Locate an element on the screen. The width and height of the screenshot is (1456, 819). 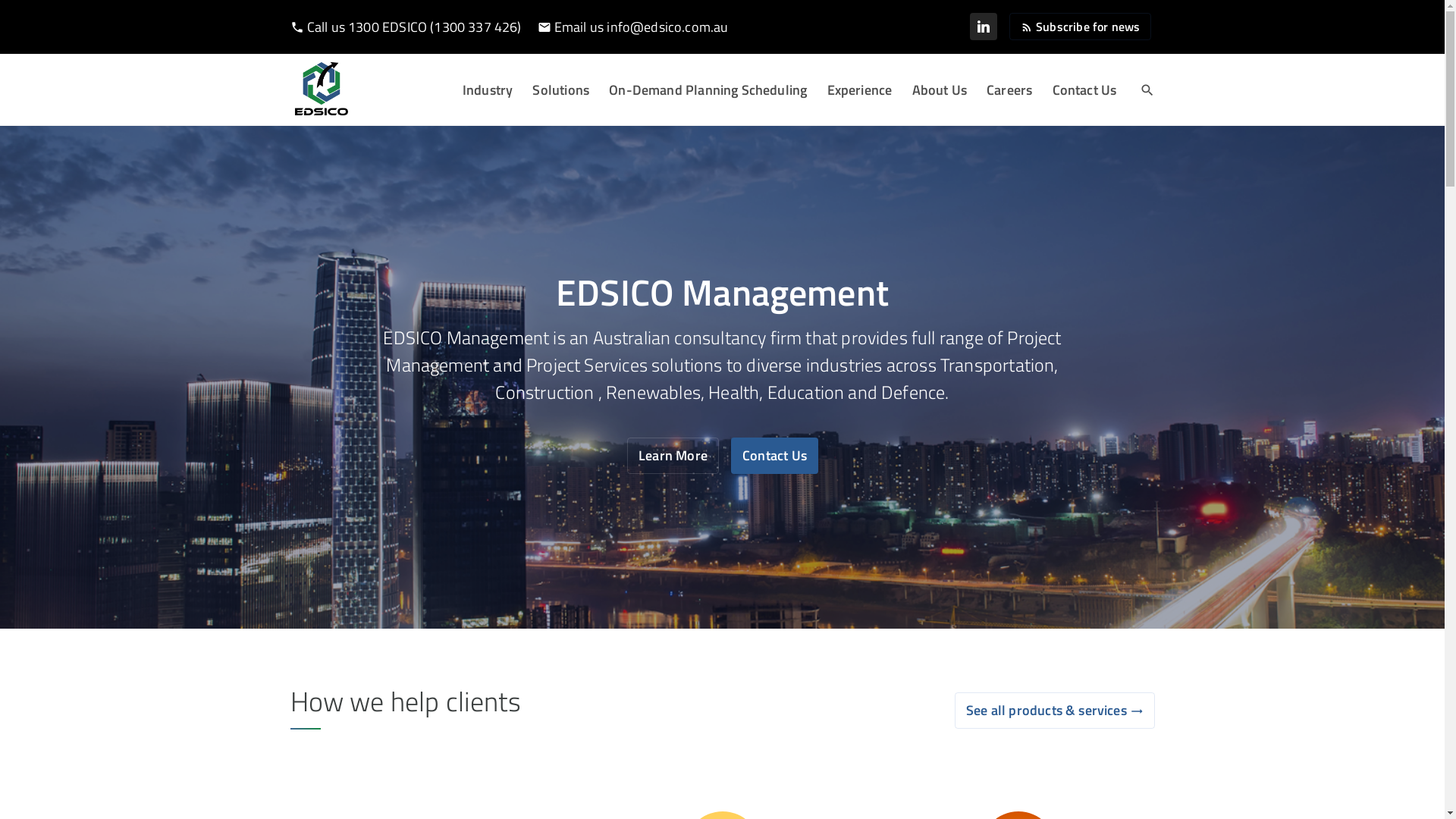
'About Us' is located at coordinates (938, 90).